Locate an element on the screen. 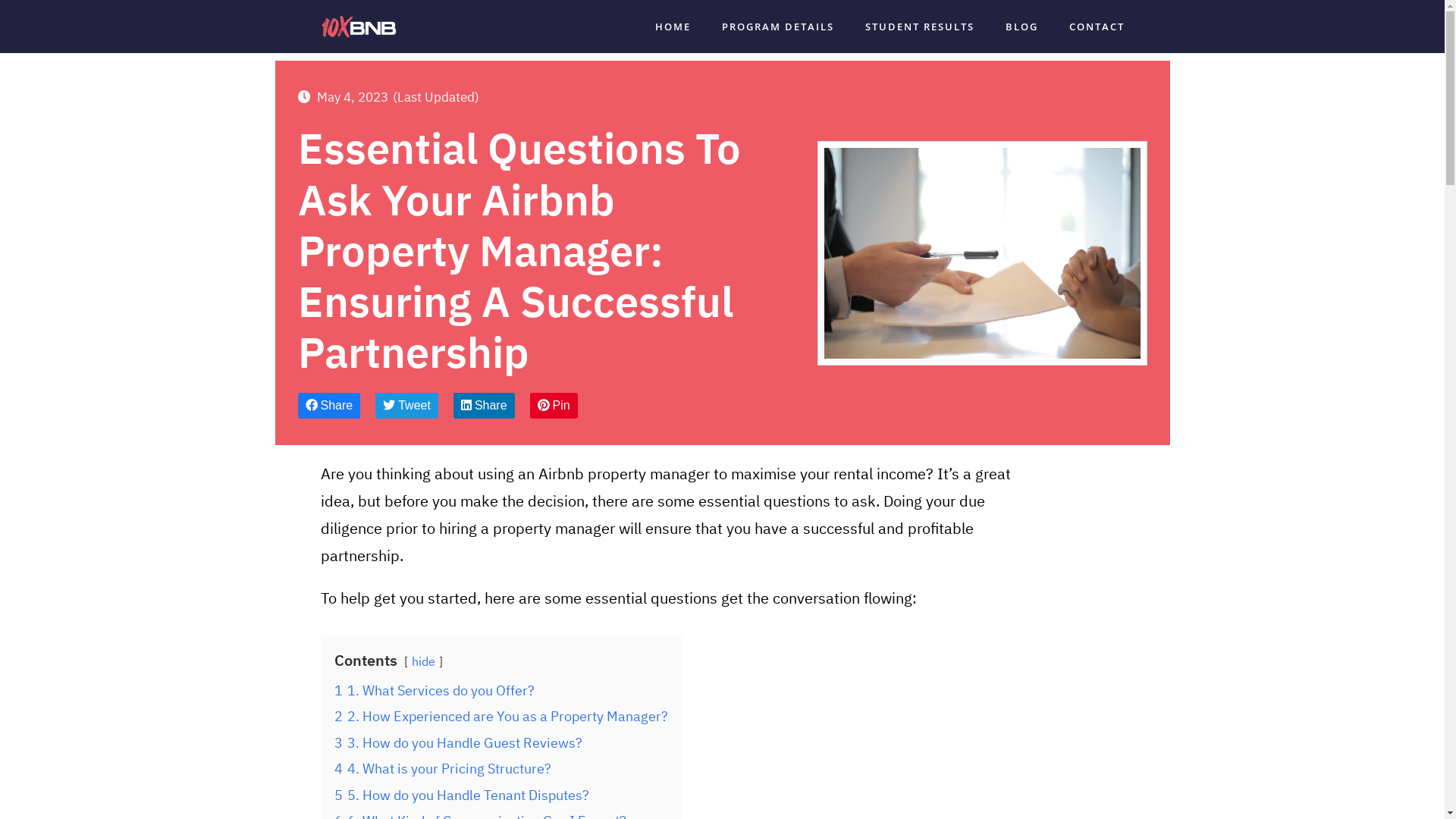 This screenshot has height=819, width=1456. 'Share' is located at coordinates (453, 405).